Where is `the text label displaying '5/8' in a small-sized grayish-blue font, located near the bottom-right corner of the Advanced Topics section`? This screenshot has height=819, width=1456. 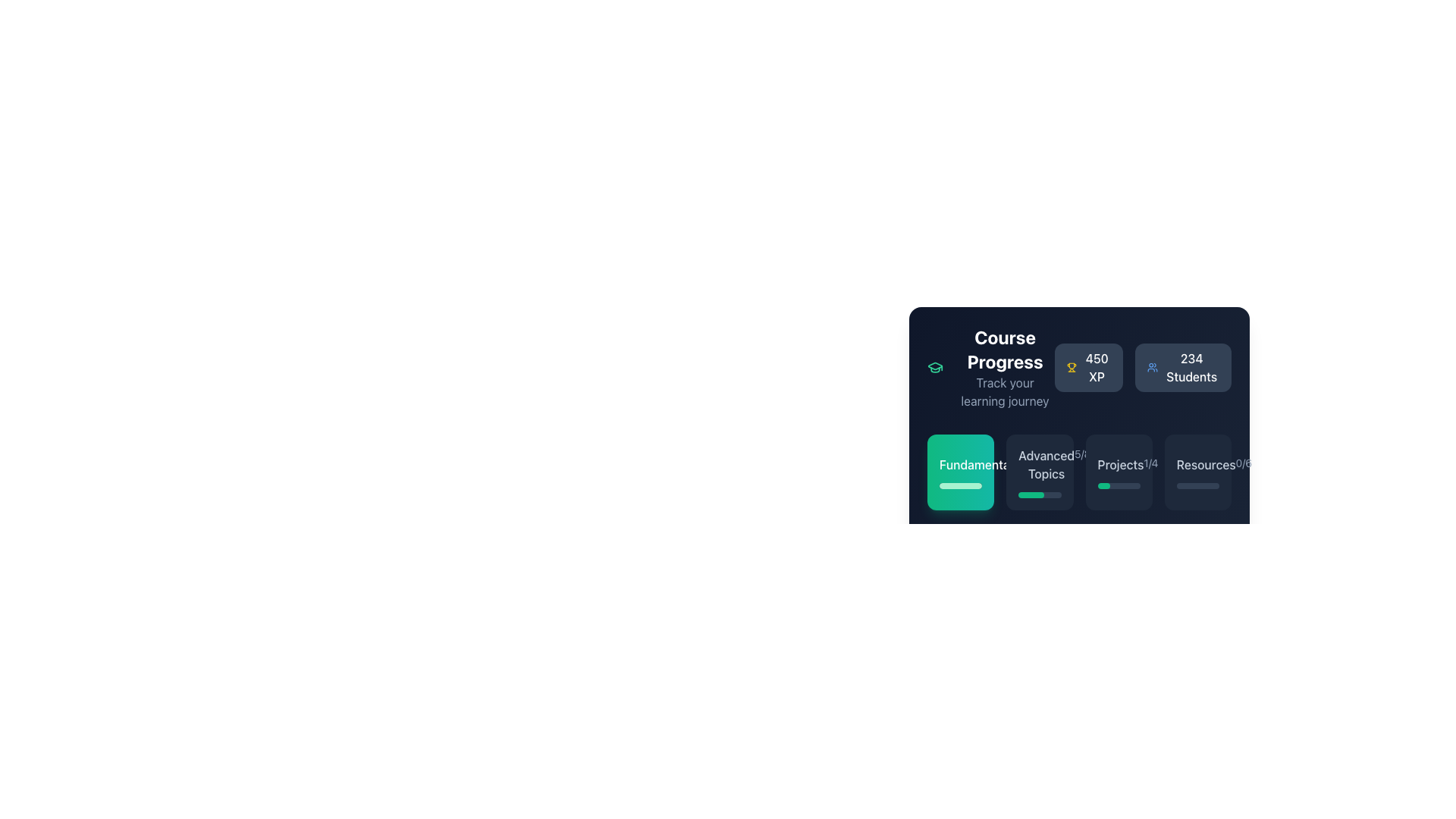
the text label displaying '5/8' in a small-sized grayish-blue font, located near the bottom-right corner of the Advanced Topics section is located at coordinates (1081, 453).